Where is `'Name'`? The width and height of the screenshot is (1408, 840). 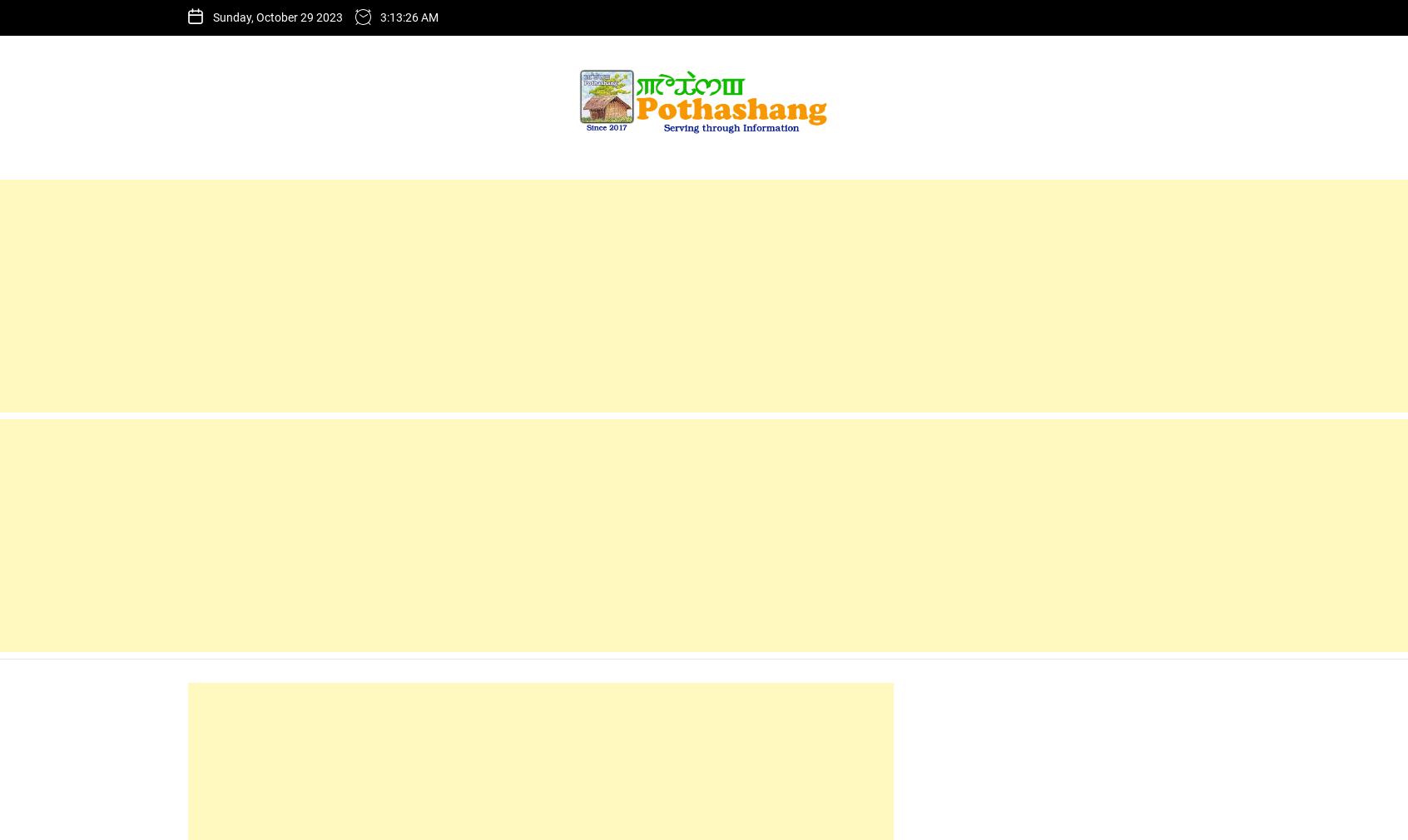 'Name' is located at coordinates (256, 319).